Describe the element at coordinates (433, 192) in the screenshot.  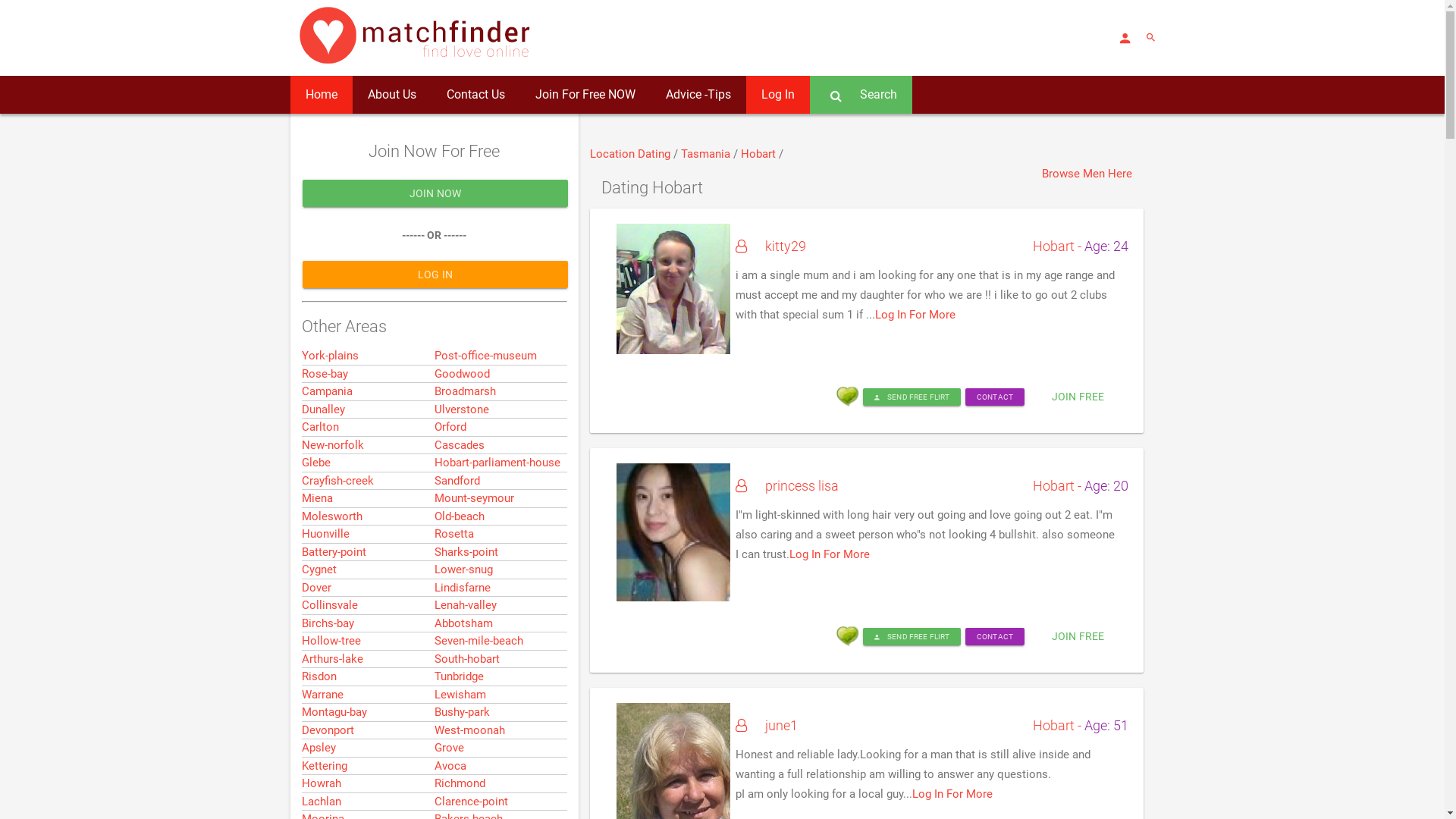
I see `'JOIN NOW'` at that location.